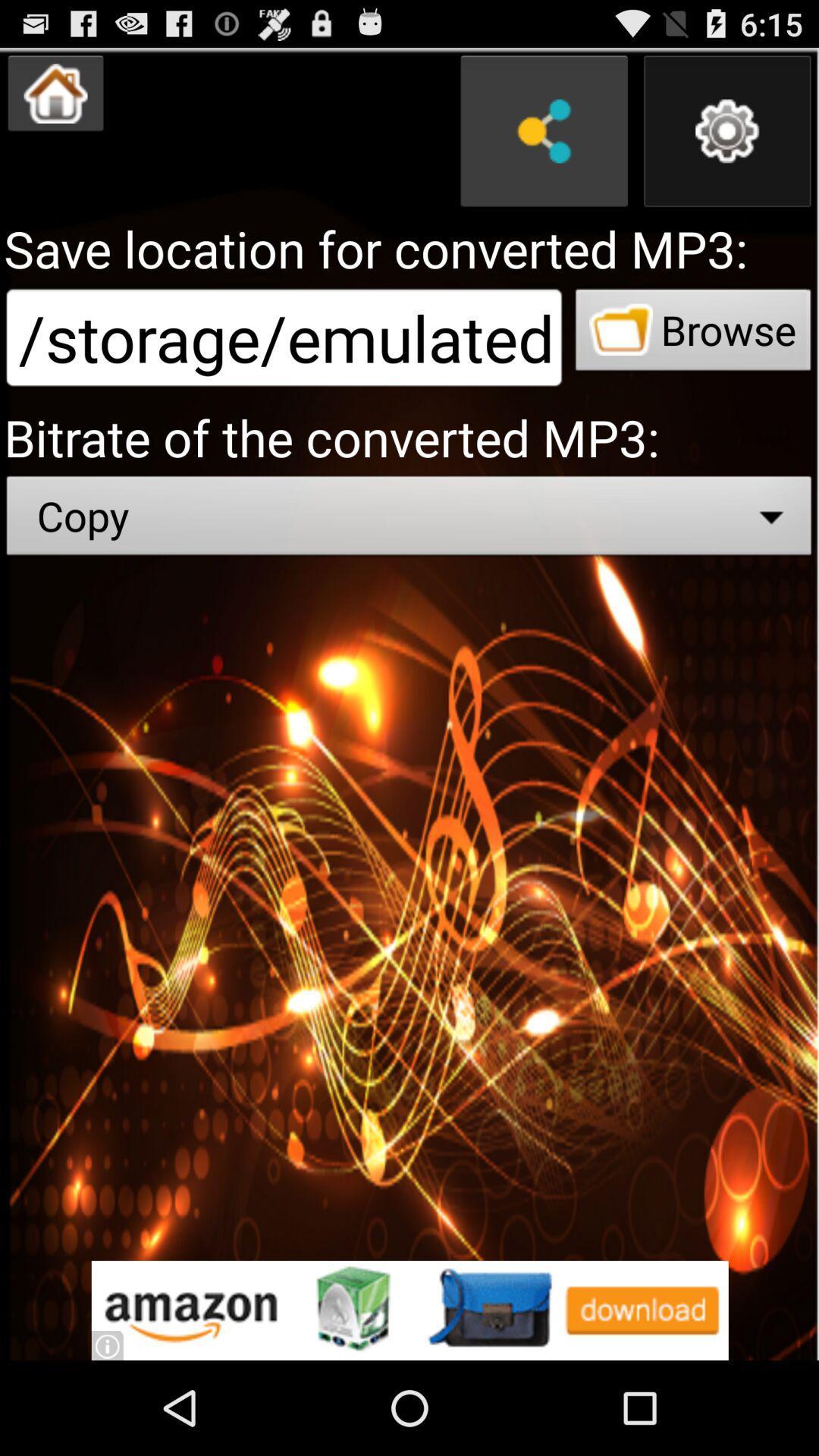  What do you see at coordinates (409, 1310) in the screenshot?
I see `advertising` at bounding box center [409, 1310].